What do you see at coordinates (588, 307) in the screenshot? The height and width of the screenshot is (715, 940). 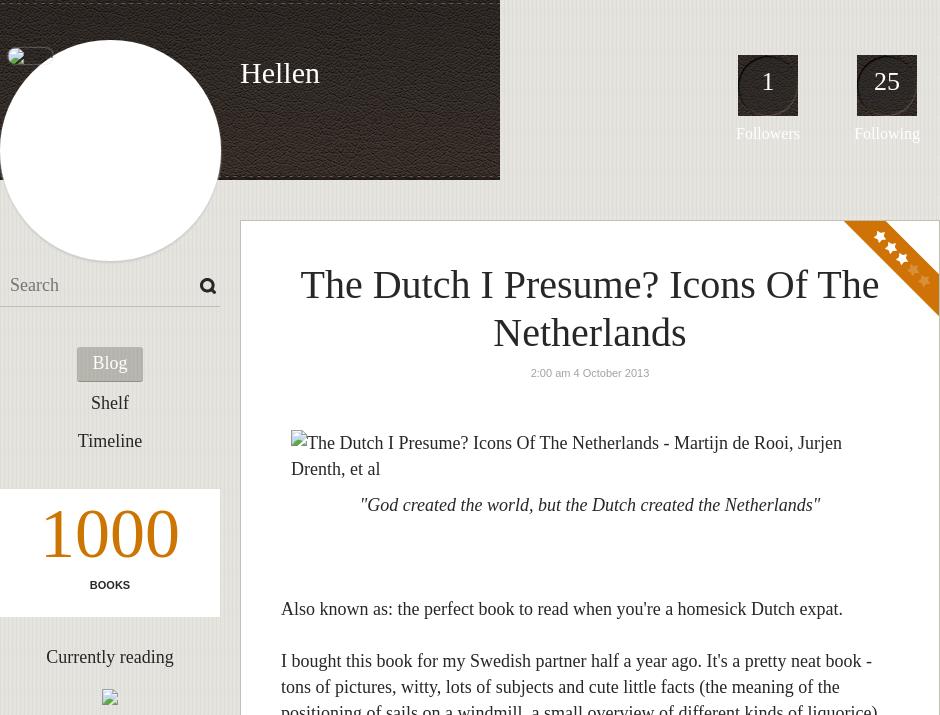 I see `'The Dutch I Presume? Icons Of The Netherlands'` at bounding box center [588, 307].